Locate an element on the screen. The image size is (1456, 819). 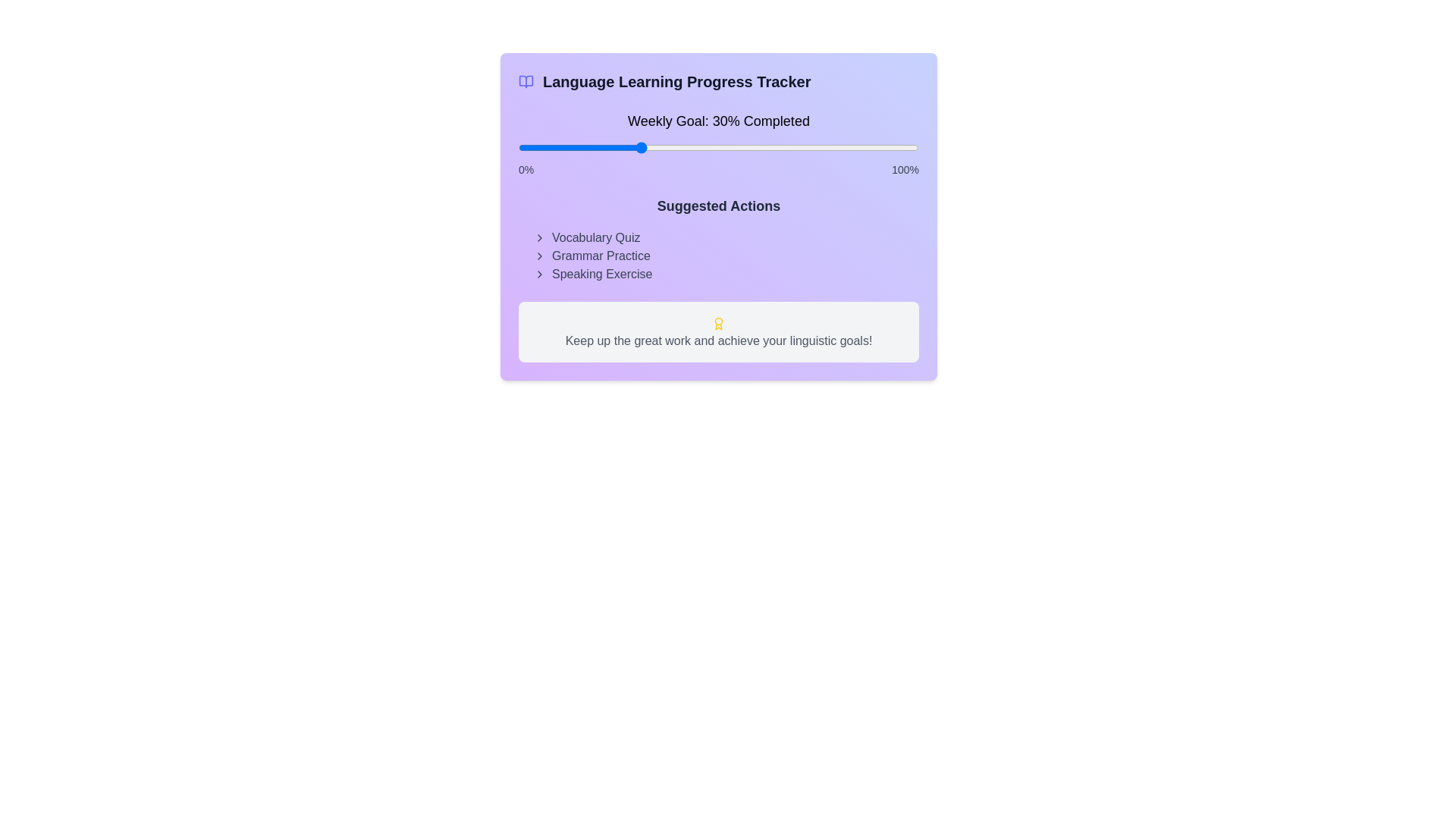
the progress slider to set the weekly goal completion percentage to 87 is located at coordinates (867, 148).